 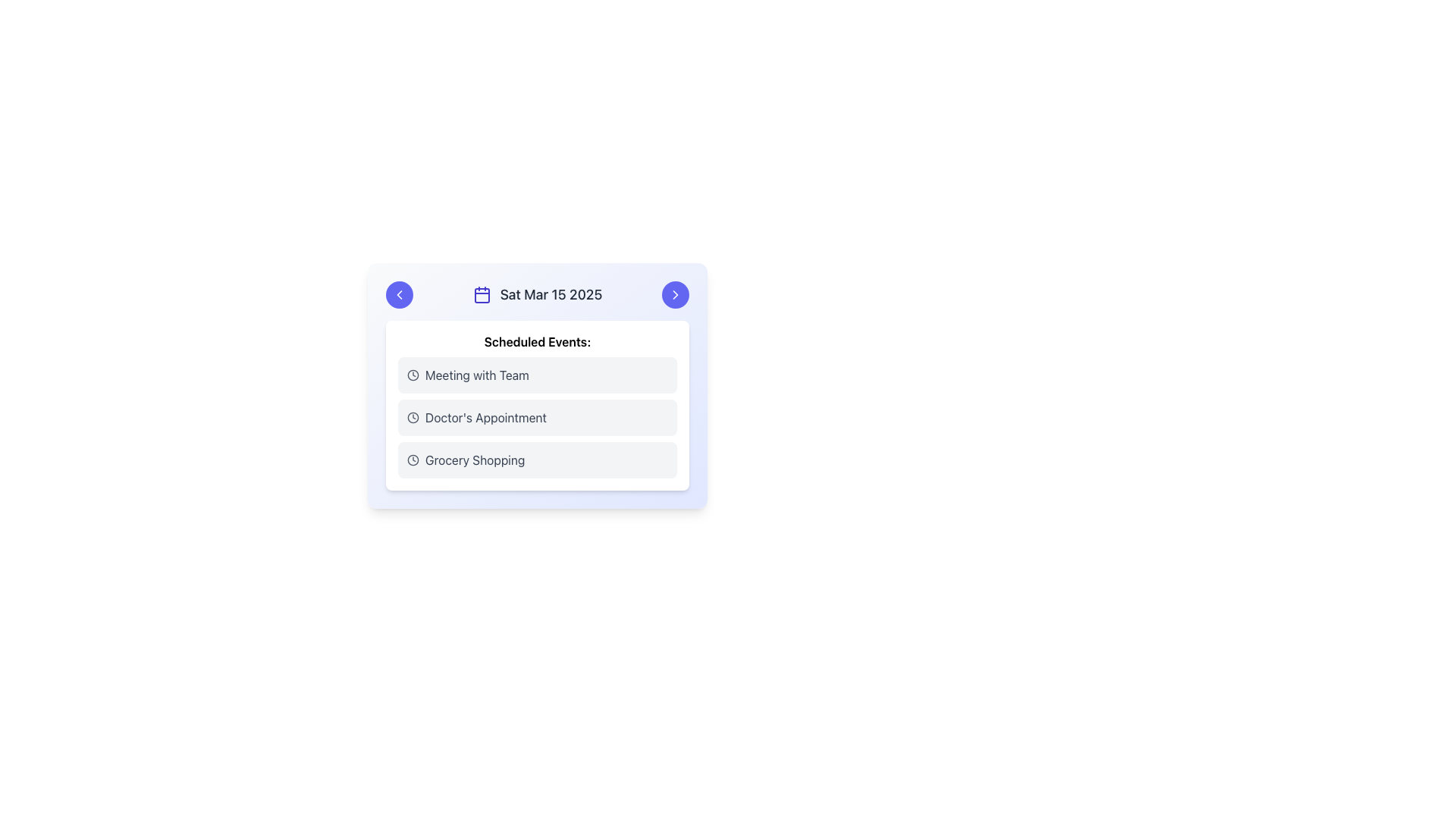 What do you see at coordinates (413, 375) in the screenshot?
I see `the clock icon located to the left of 'Meeting with Team' under the 'Scheduled Events' header` at bounding box center [413, 375].